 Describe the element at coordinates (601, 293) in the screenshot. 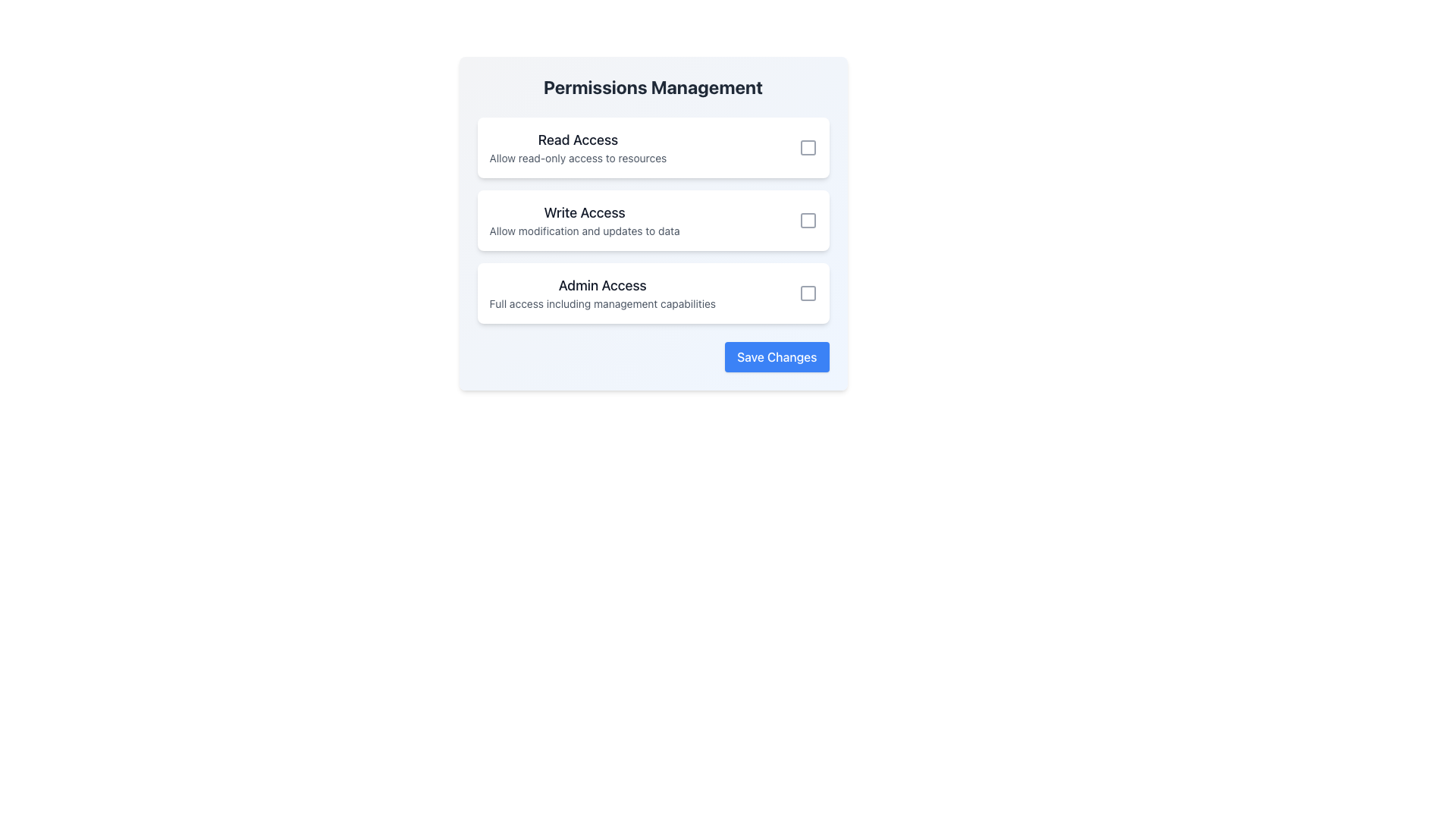

I see `the descriptive text element labeled 'Admin Access' in the third card under 'Permissions Management', which provides information about the access permission level` at that location.